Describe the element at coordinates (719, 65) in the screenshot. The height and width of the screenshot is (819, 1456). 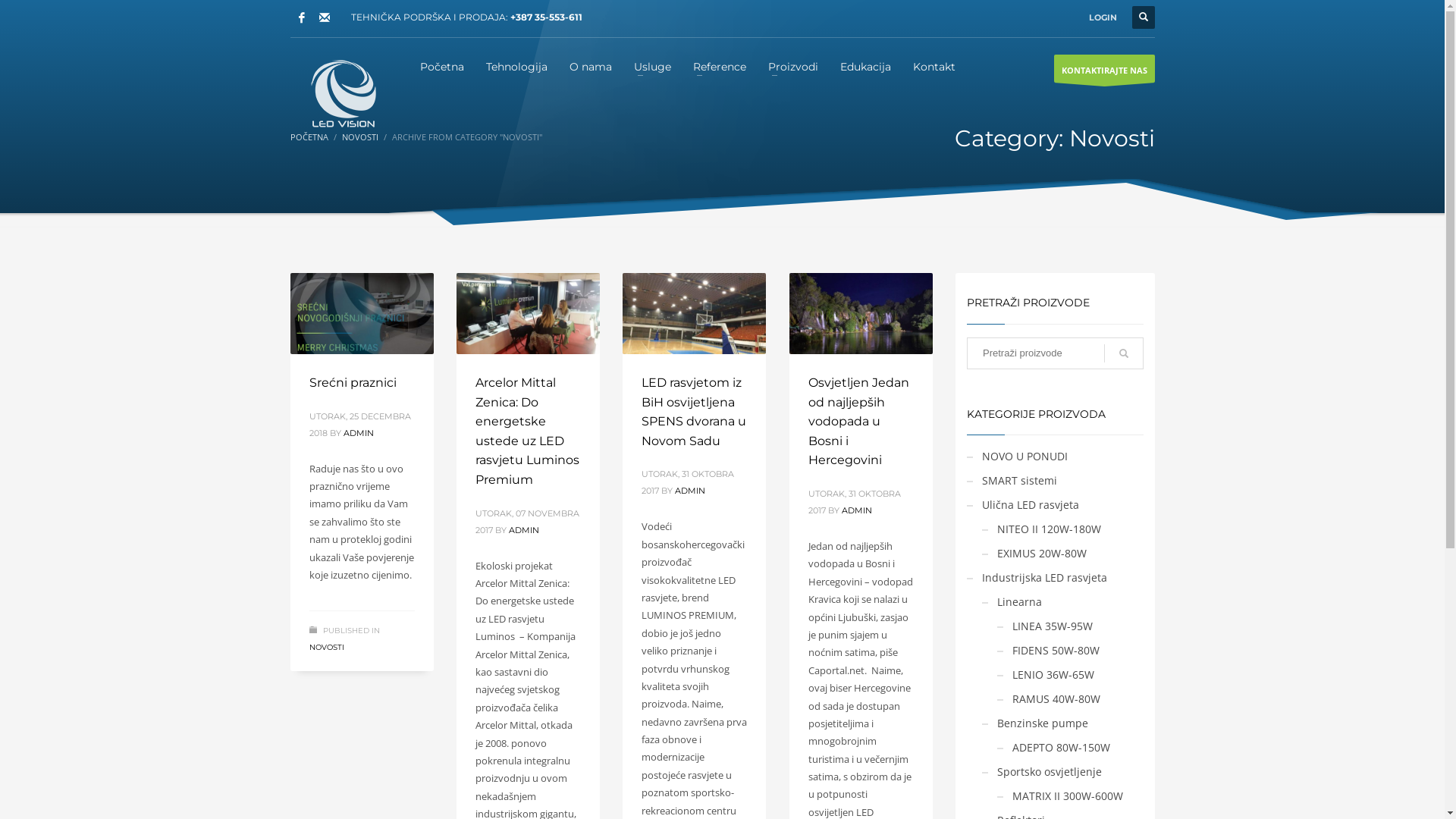
I see `'Reference'` at that location.